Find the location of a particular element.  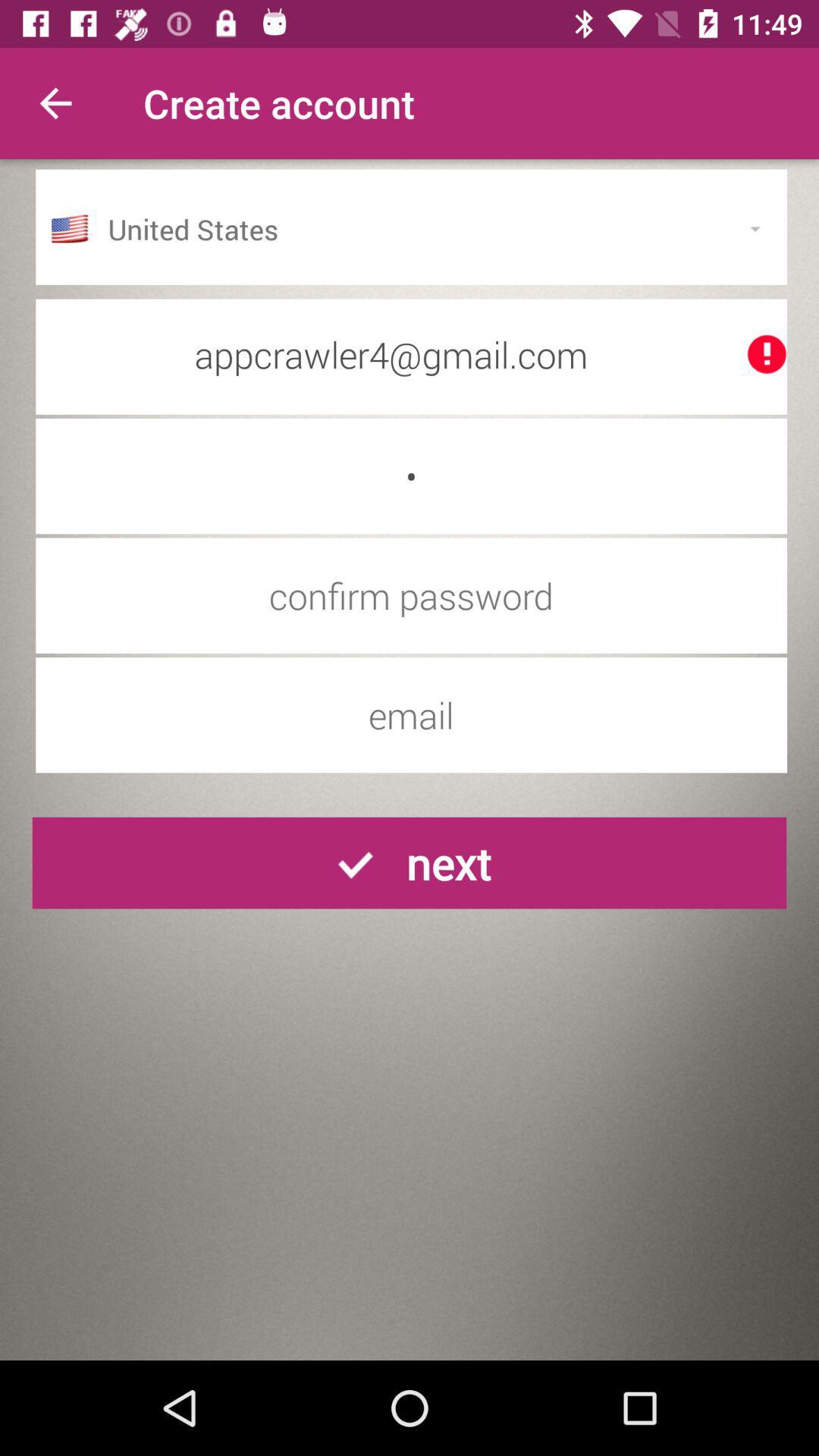

icon above united states icon is located at coordinates (55, 102).